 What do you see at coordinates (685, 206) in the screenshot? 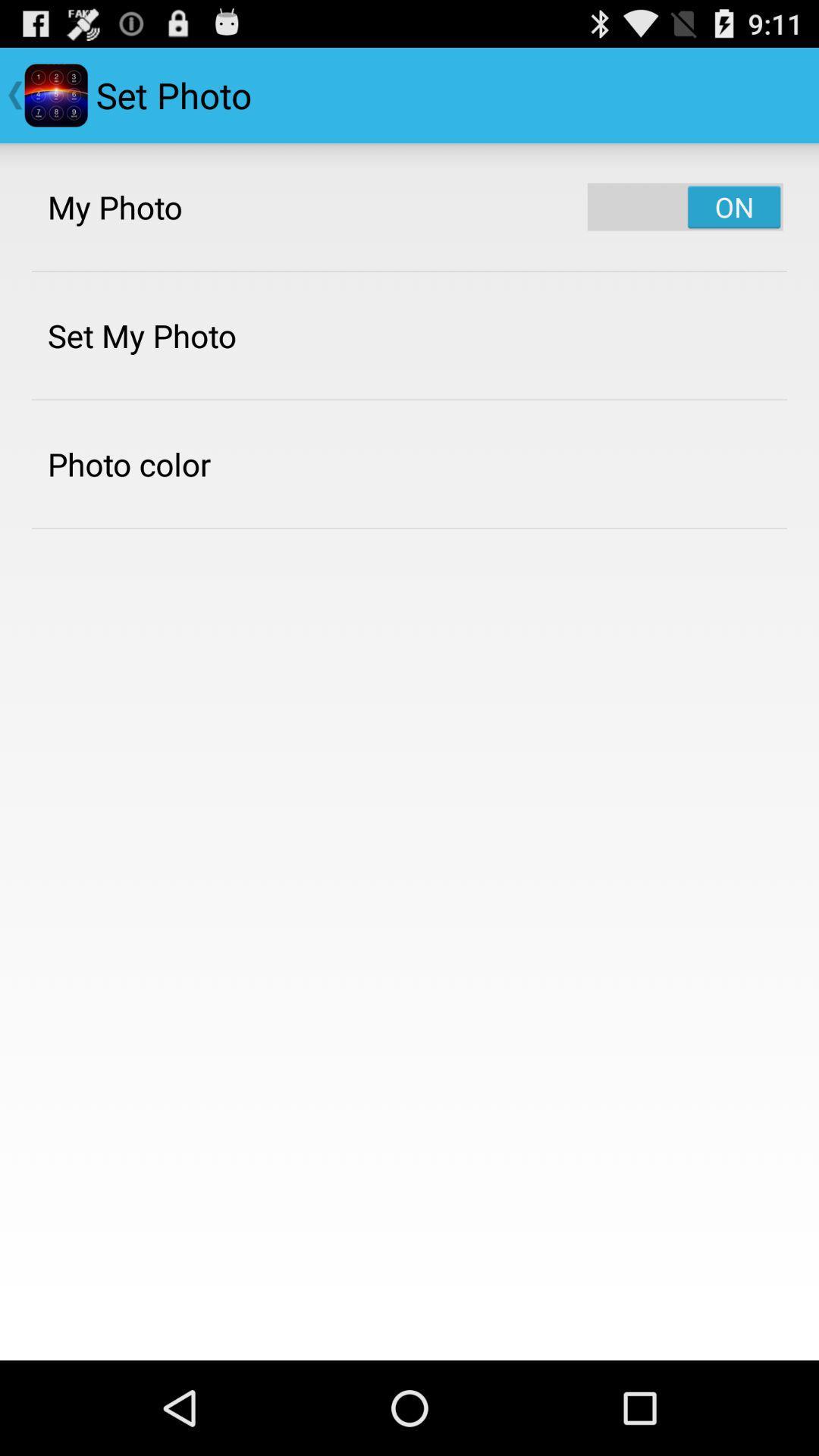
I see `app to the right of the my photo app` at bounding box center [685, 206].